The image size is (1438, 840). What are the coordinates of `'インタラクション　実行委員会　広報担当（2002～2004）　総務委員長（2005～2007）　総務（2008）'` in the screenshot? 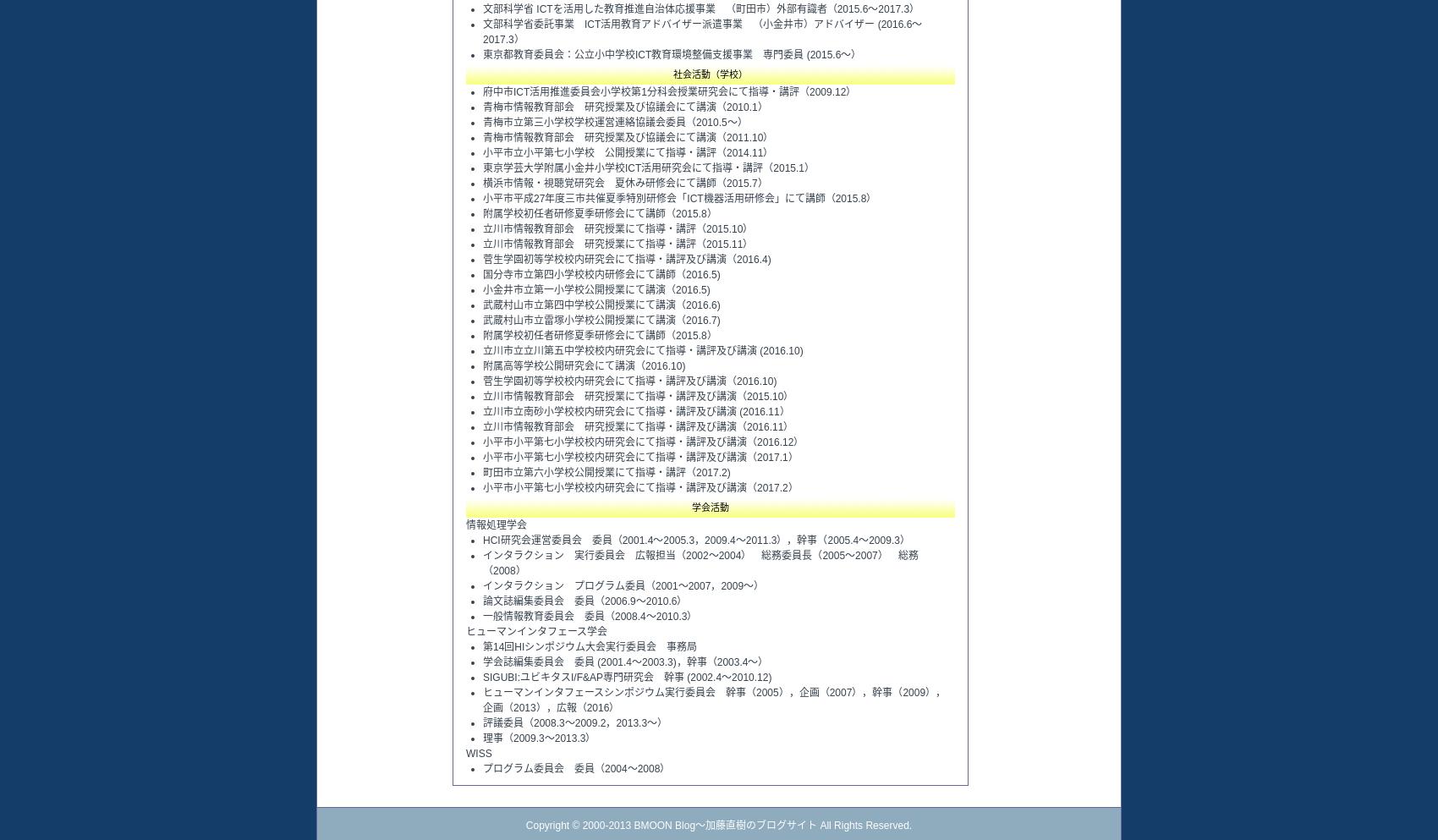 It's located at (482, 563).